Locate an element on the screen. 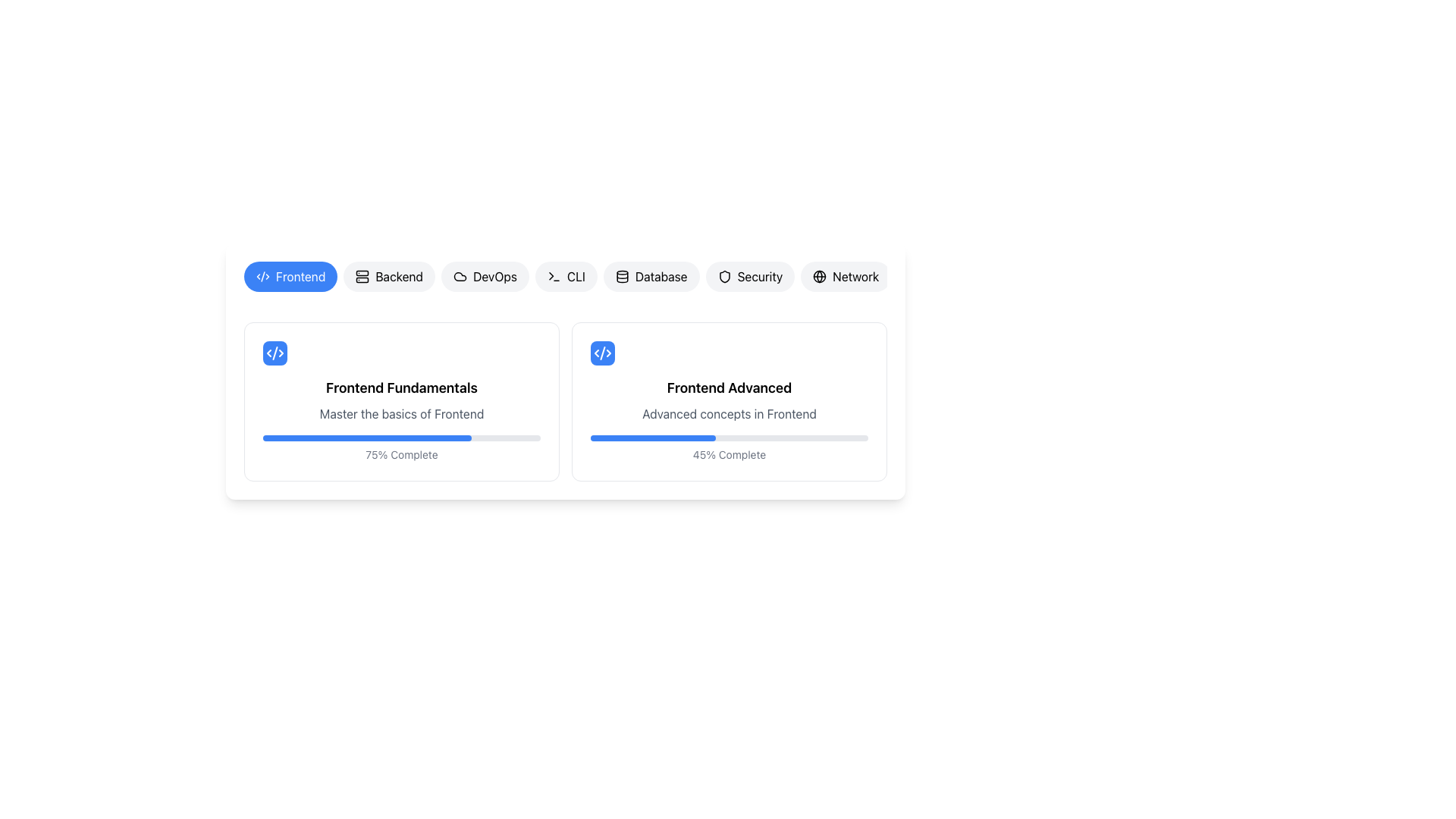  the navigation button for Command Line Interface (CLI) located fourth from the left in a horizontal row of buttons, adjacent to 'DevOps' and 'Database' is located at coordinates (565, 277).